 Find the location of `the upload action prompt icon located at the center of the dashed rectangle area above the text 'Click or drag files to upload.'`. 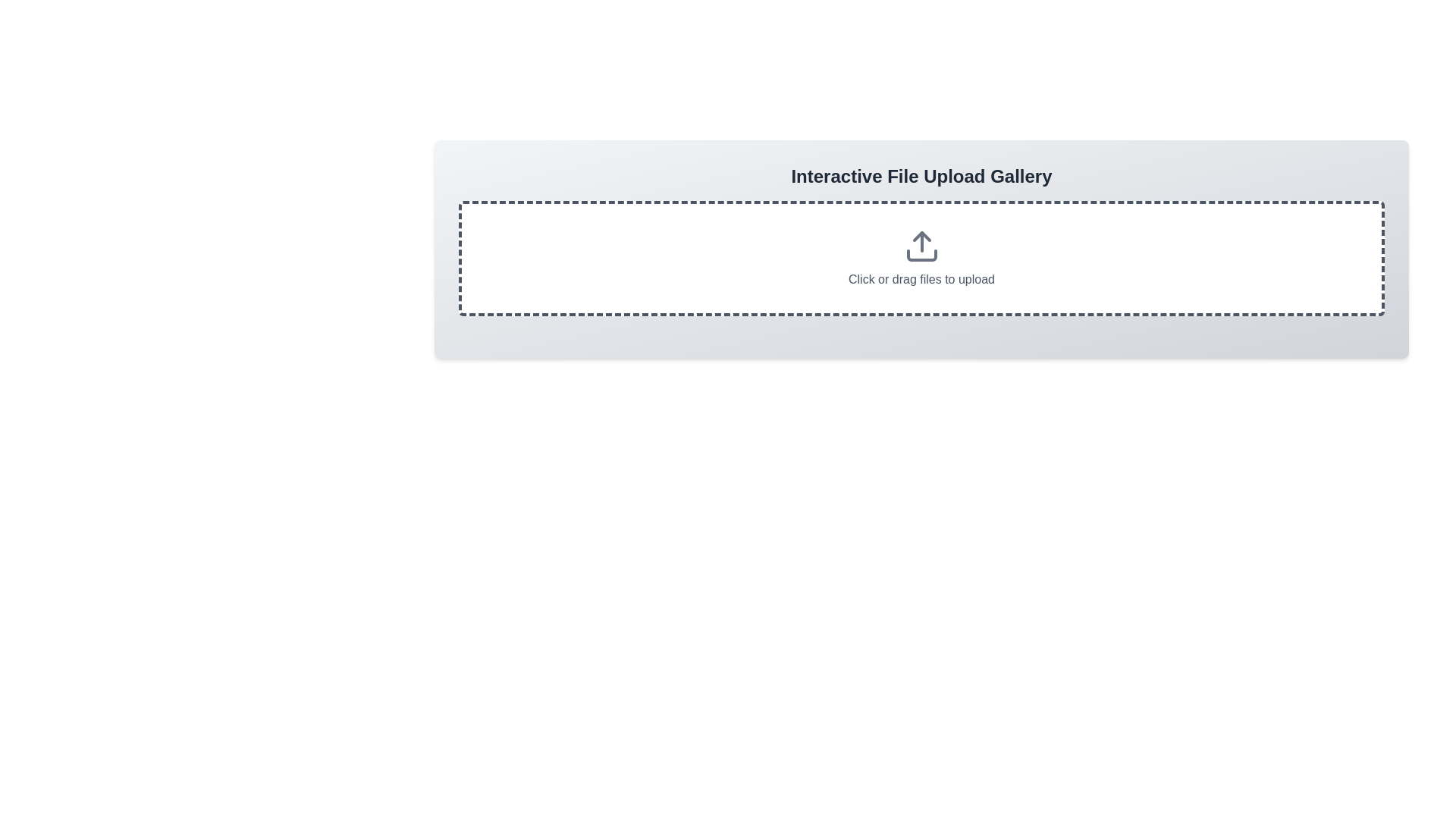

the upload action prompt icon located at the center of the dashed rectangle area above the text 'Click or drag files to upload.' is located at coordinates (921, 245).